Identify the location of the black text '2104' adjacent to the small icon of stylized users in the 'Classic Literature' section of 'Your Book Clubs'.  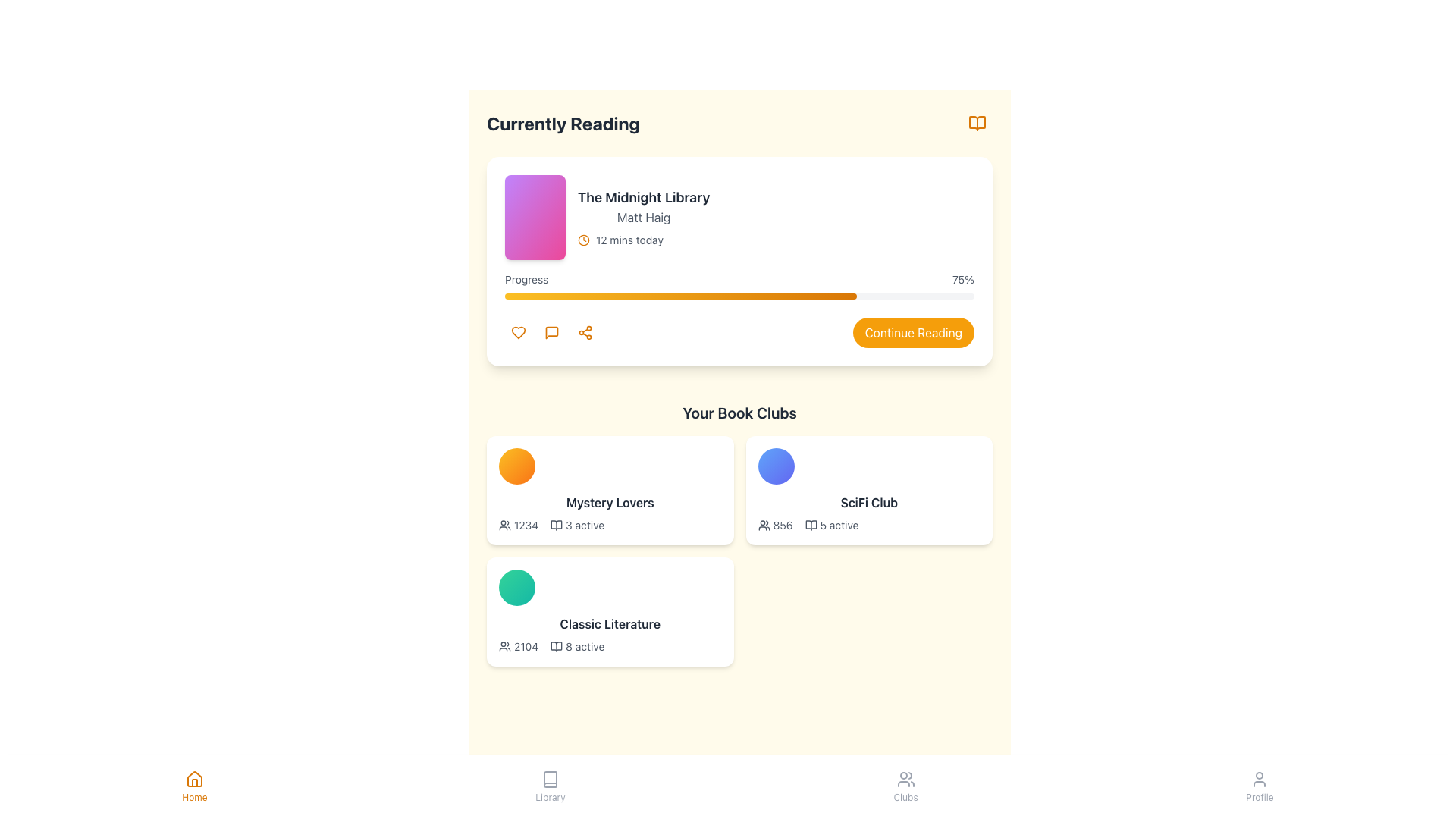
(519, 646).